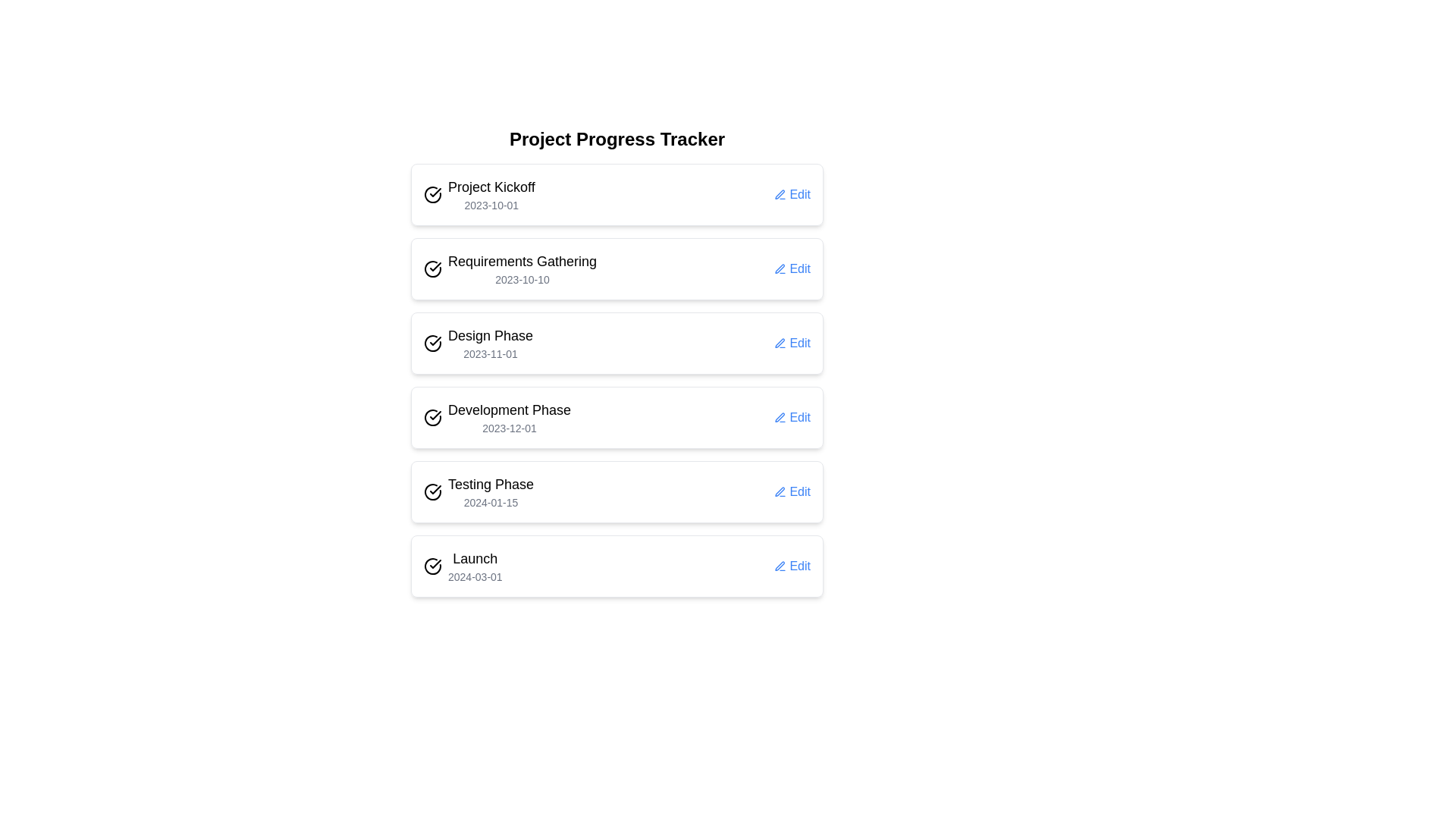 This screenshot has width=1456, height=819. I want to click on the pen or edit icon located to the left of the 'Edit' label in the top-right corner of the project phase section, so click(780, 566).